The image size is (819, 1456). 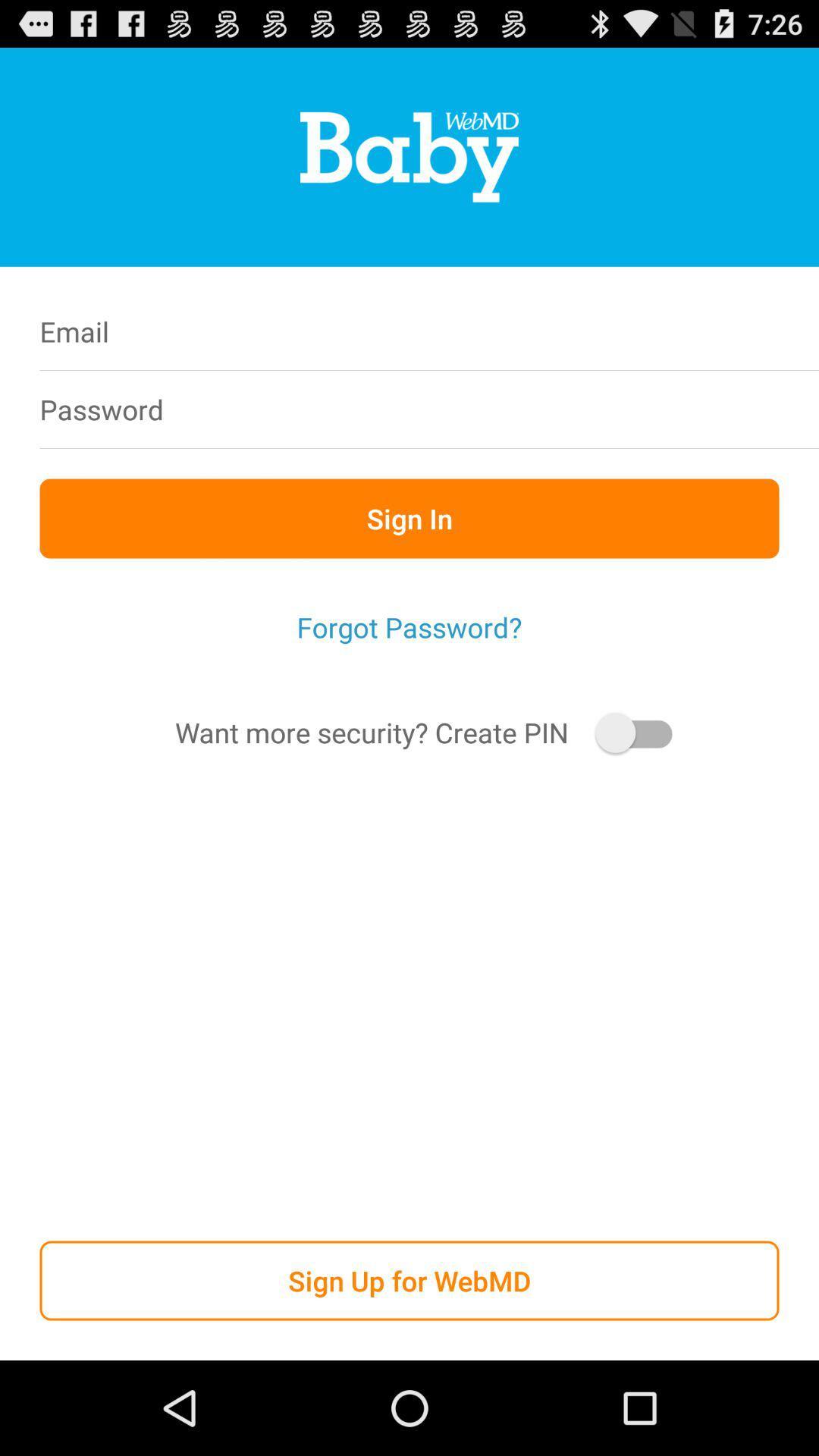 I want to click on type email address here, so click(x=507, y=331).